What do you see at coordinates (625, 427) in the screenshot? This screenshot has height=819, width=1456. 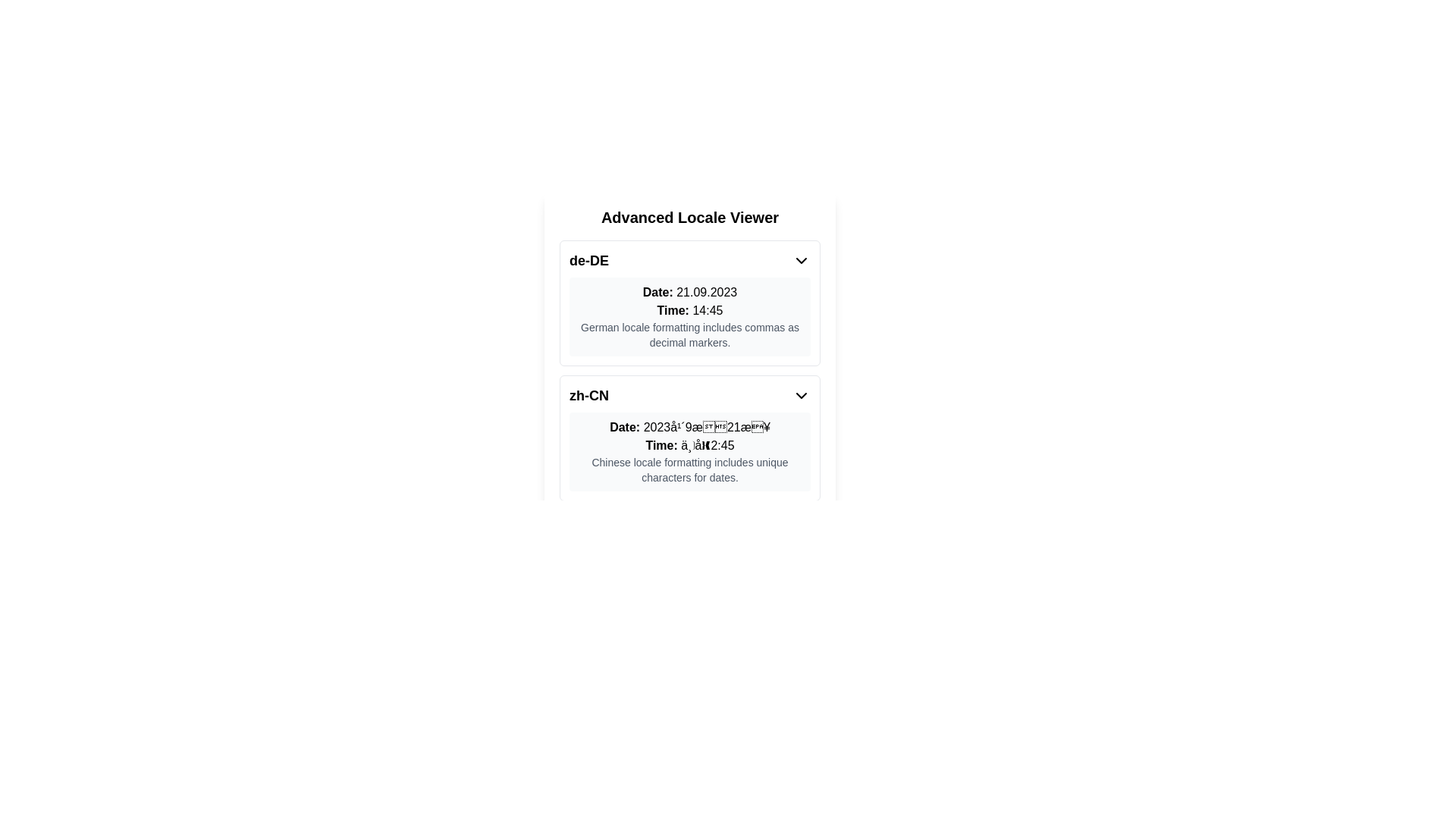 I see `the non-interactive text label located in the 'zh-CN' section, which serves as a header for the adjacent date information` at bounding box center [625, 427].